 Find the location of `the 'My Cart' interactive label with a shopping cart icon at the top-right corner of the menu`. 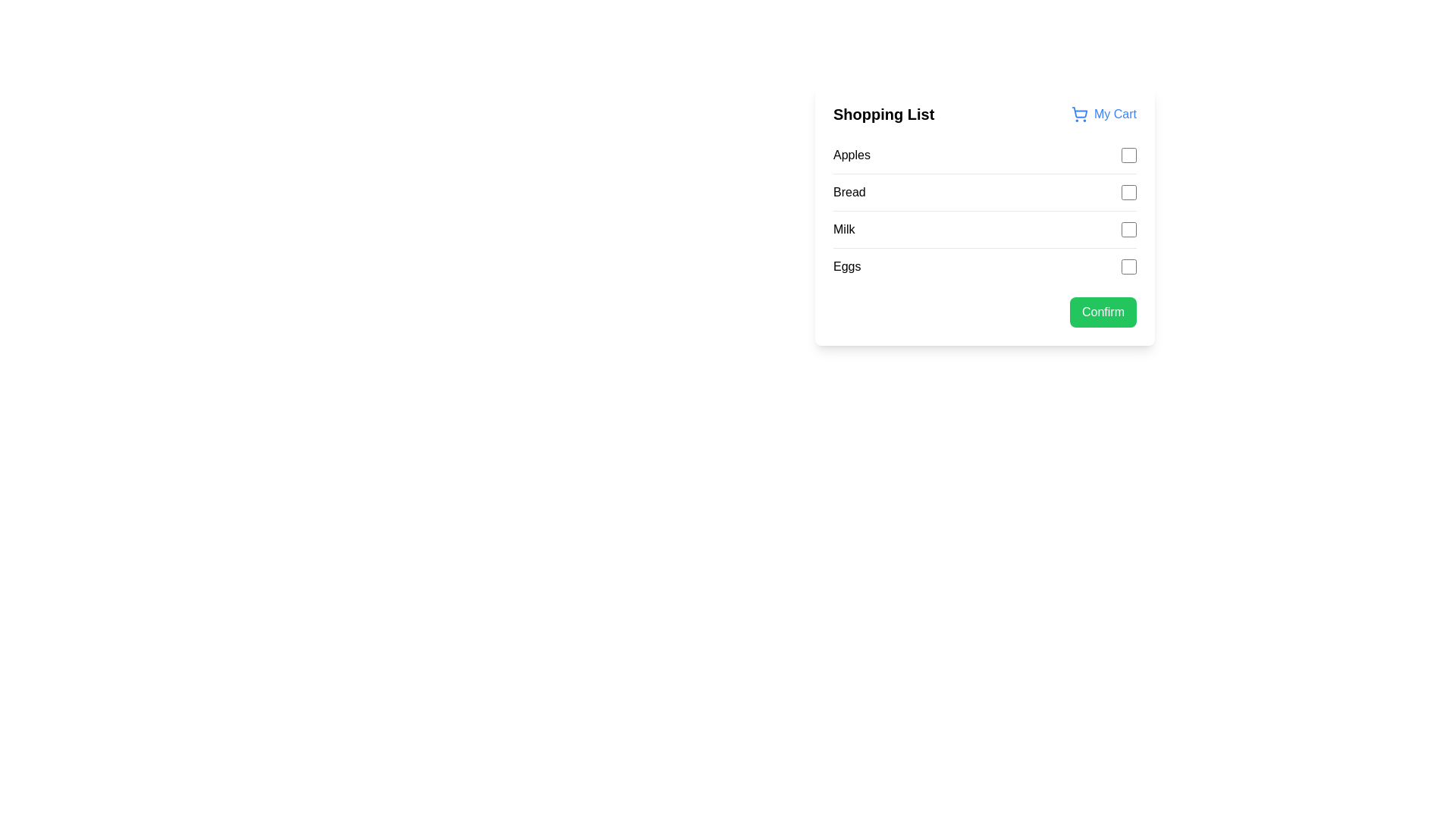

the 'My Cart' interactive label with a shopping cart icon at the top-right corner of the menu is located at coordinates (1103, 113).